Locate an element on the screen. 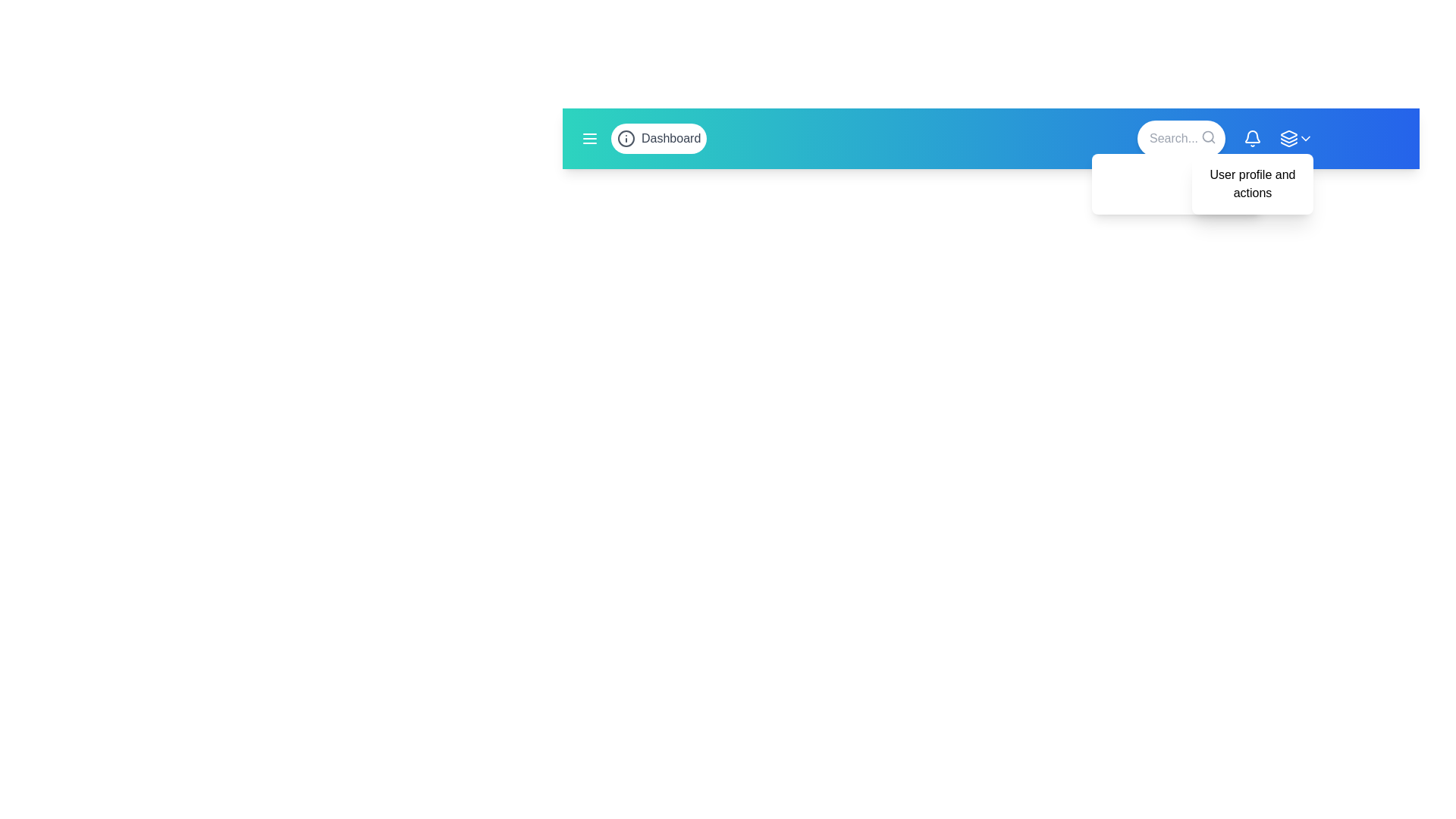 The width and height of the screenshot is (1456, 819). the rounded white button labeled 'Dashboard' with a grey icon (stylized letter 'i') is located at coordinates (659, 138).